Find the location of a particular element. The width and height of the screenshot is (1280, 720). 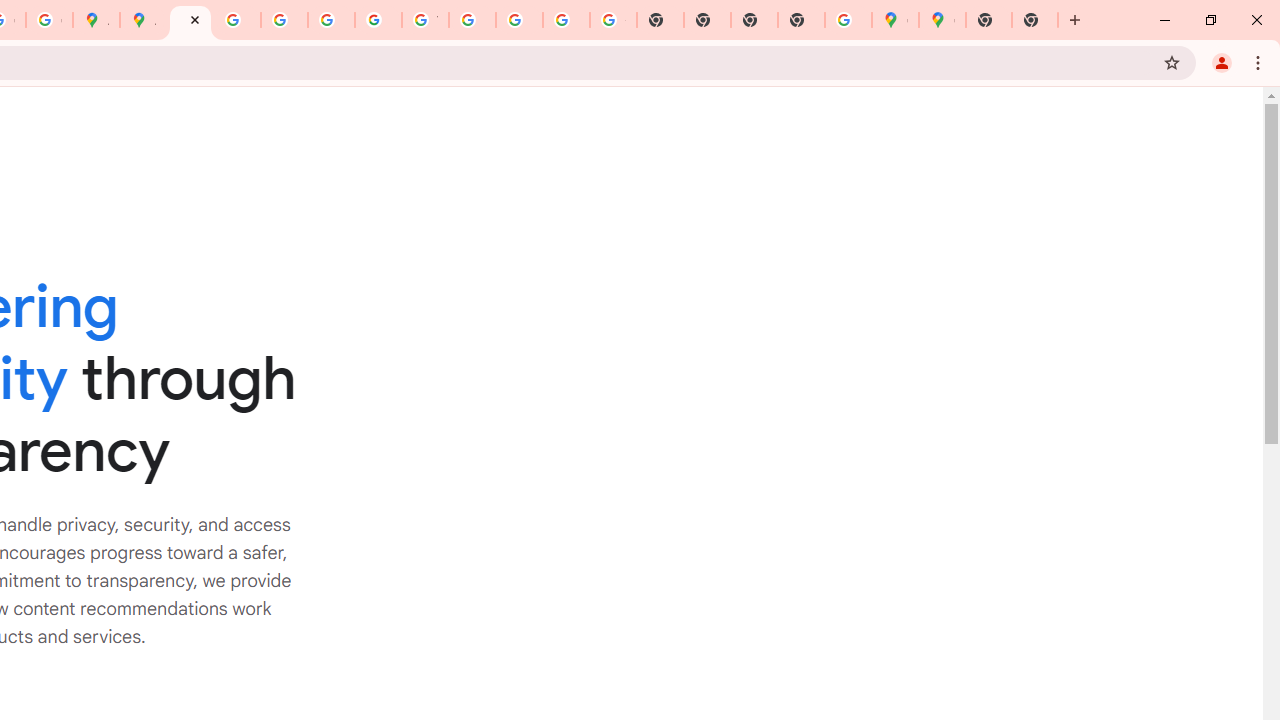

'Google Maps' is located at coordinates (894, 20).